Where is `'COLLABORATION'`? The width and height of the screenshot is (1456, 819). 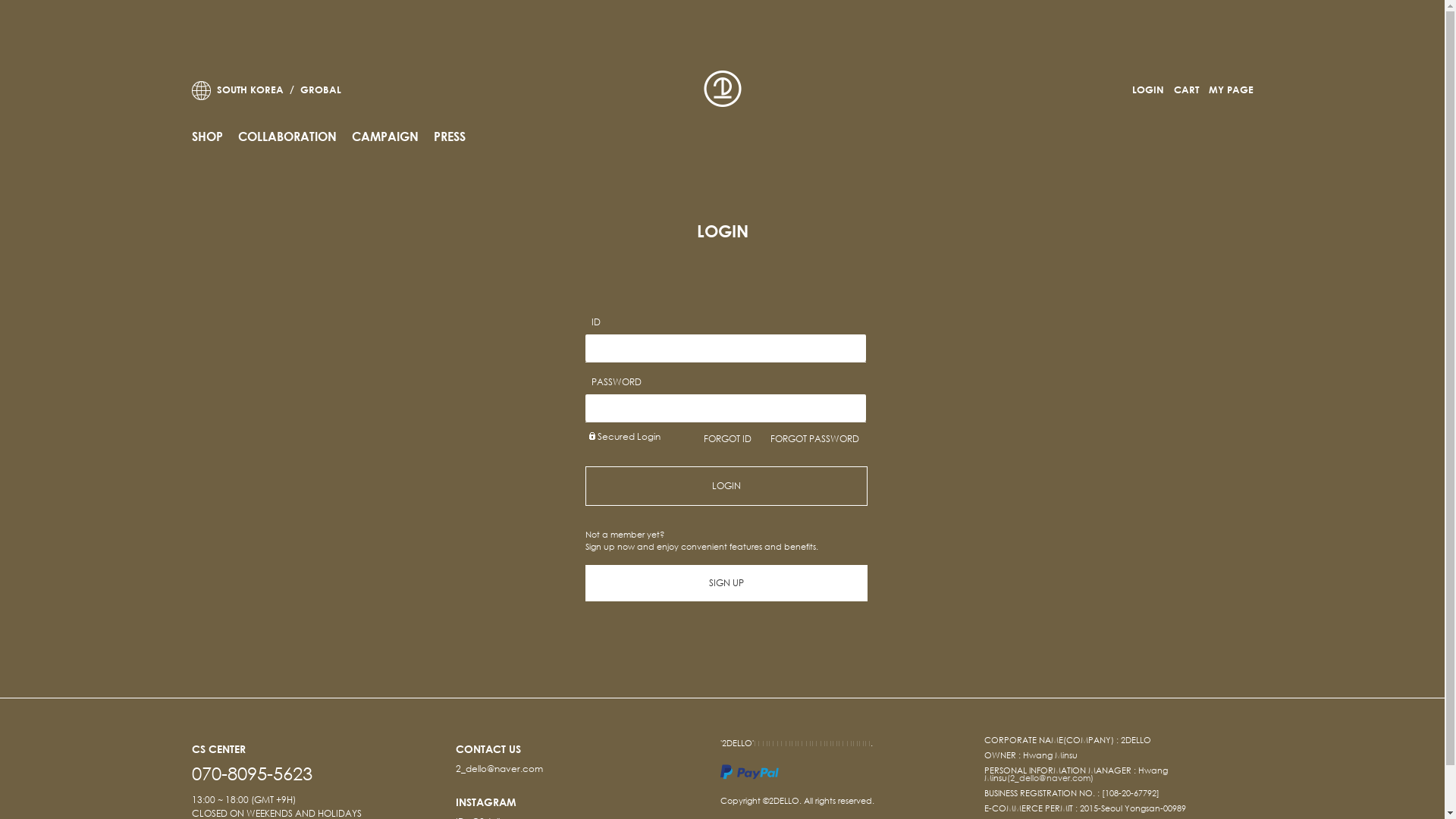
'COLLABORATION' is located at coordinates (287, 136).